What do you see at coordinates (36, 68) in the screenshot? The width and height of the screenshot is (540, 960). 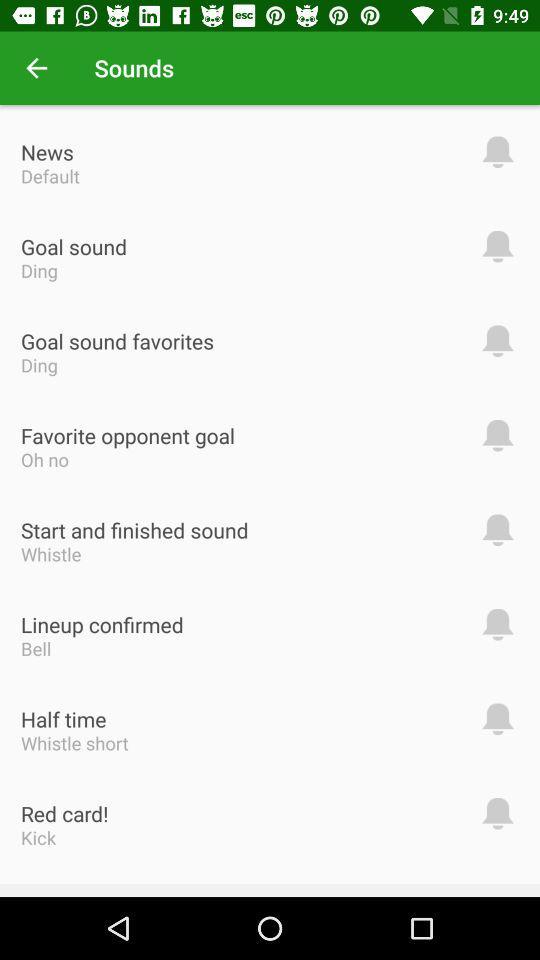 I see `the icon above the news icon` at bounding box center [36, 68].